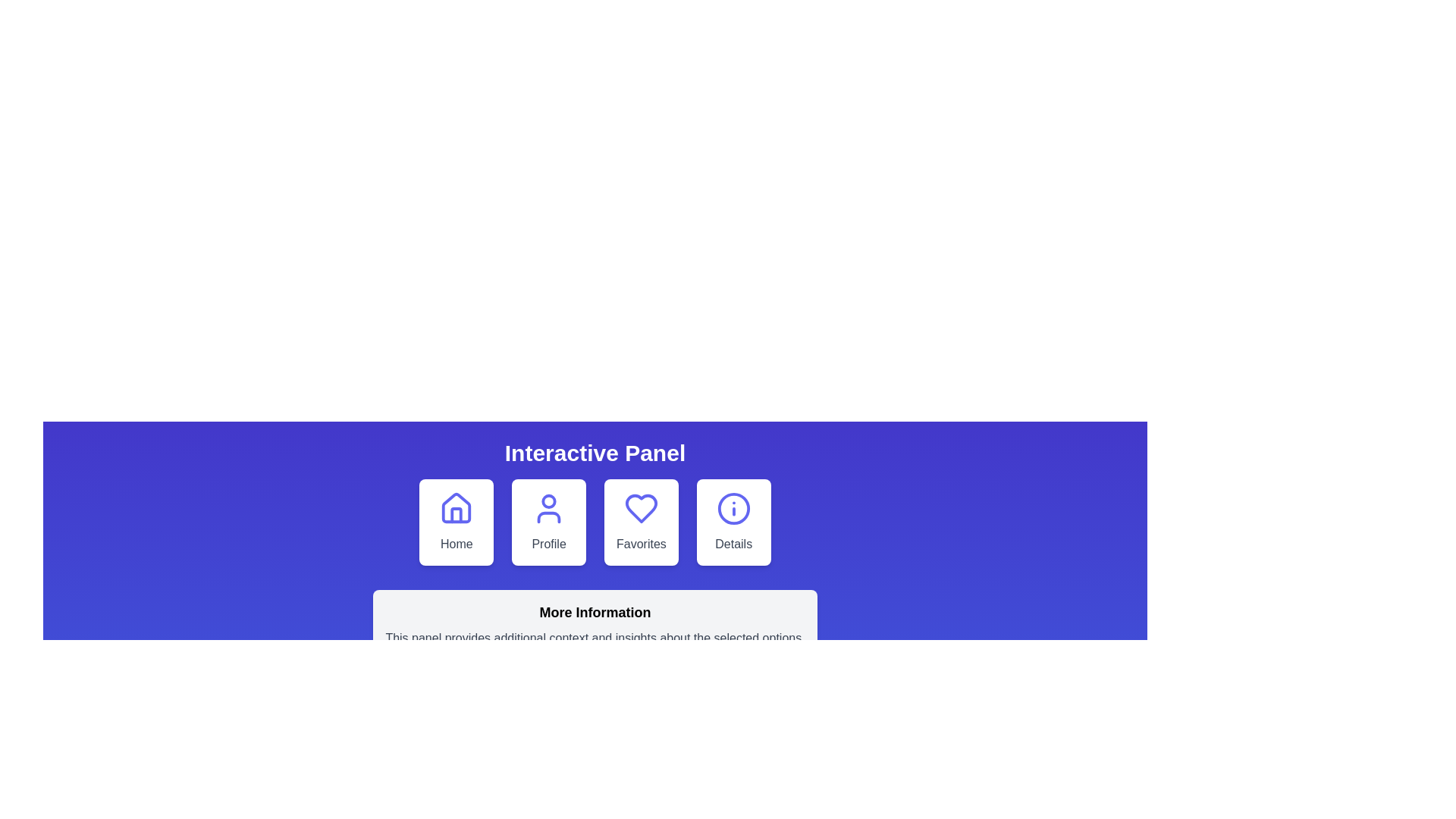 This screenshot has width=1456, height=819. What do you see at coordinates (641, 543) in the screenshot?
I see `the text label indicating 'Favorites' located in the third card from the left, below the heart icon` at bounding box center [641, 543].